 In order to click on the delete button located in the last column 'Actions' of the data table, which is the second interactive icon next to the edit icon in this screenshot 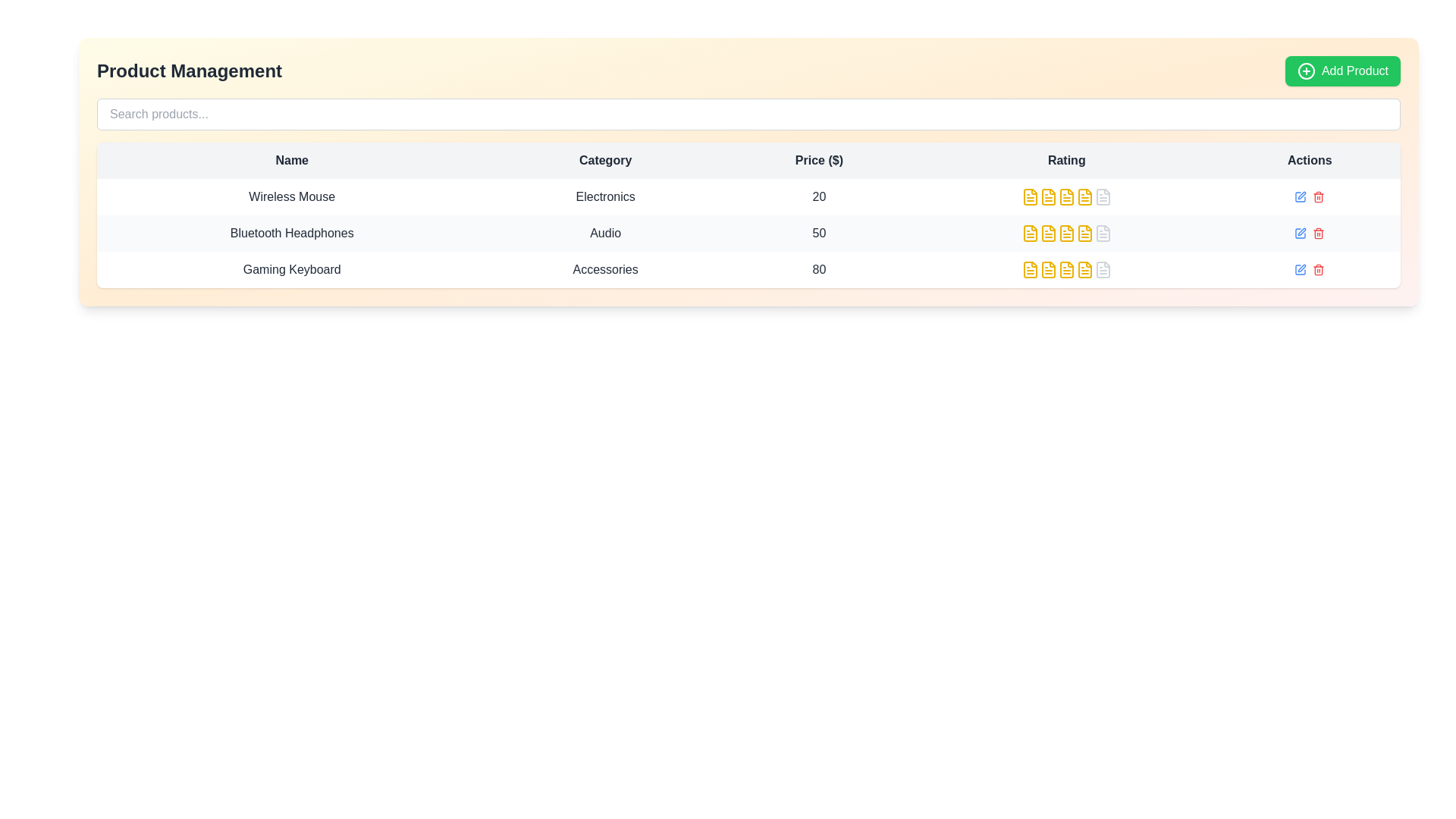, I will do `click(1317, 196)`.